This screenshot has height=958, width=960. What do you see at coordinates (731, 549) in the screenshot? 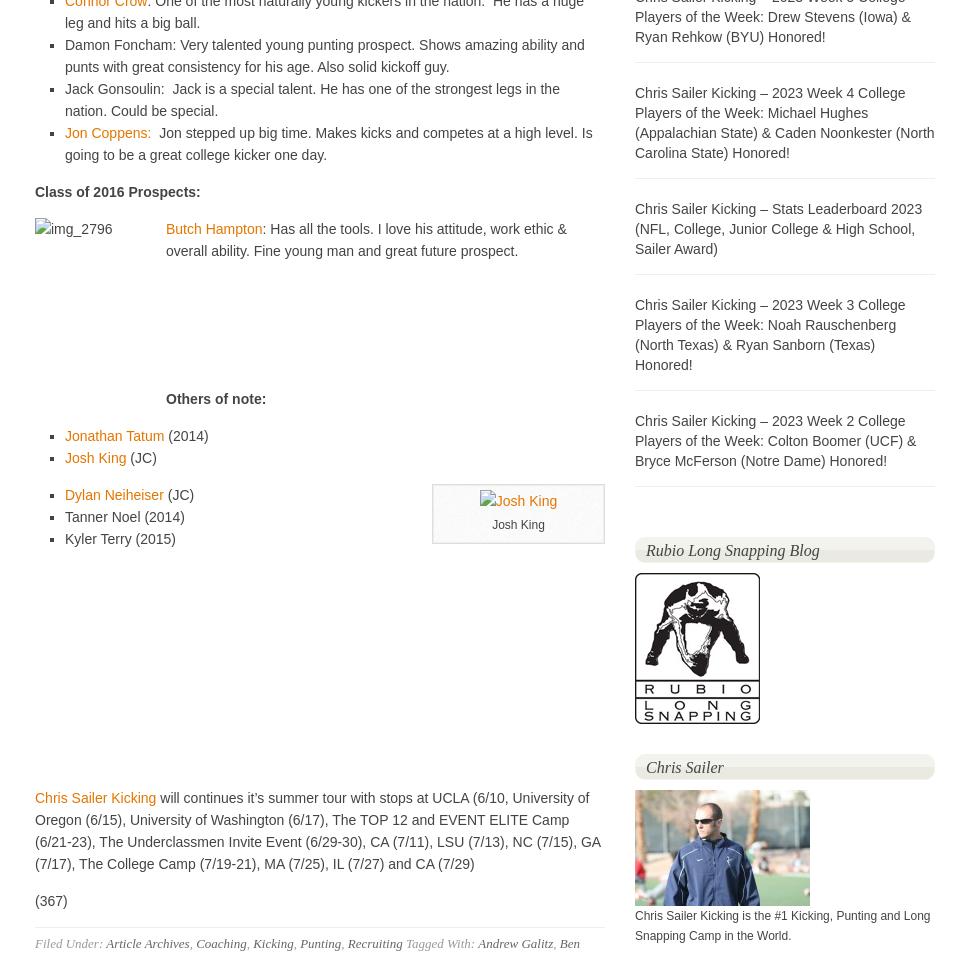
I see `'Rubio Long Snapping Blog'` at bounding box center [731, 549].